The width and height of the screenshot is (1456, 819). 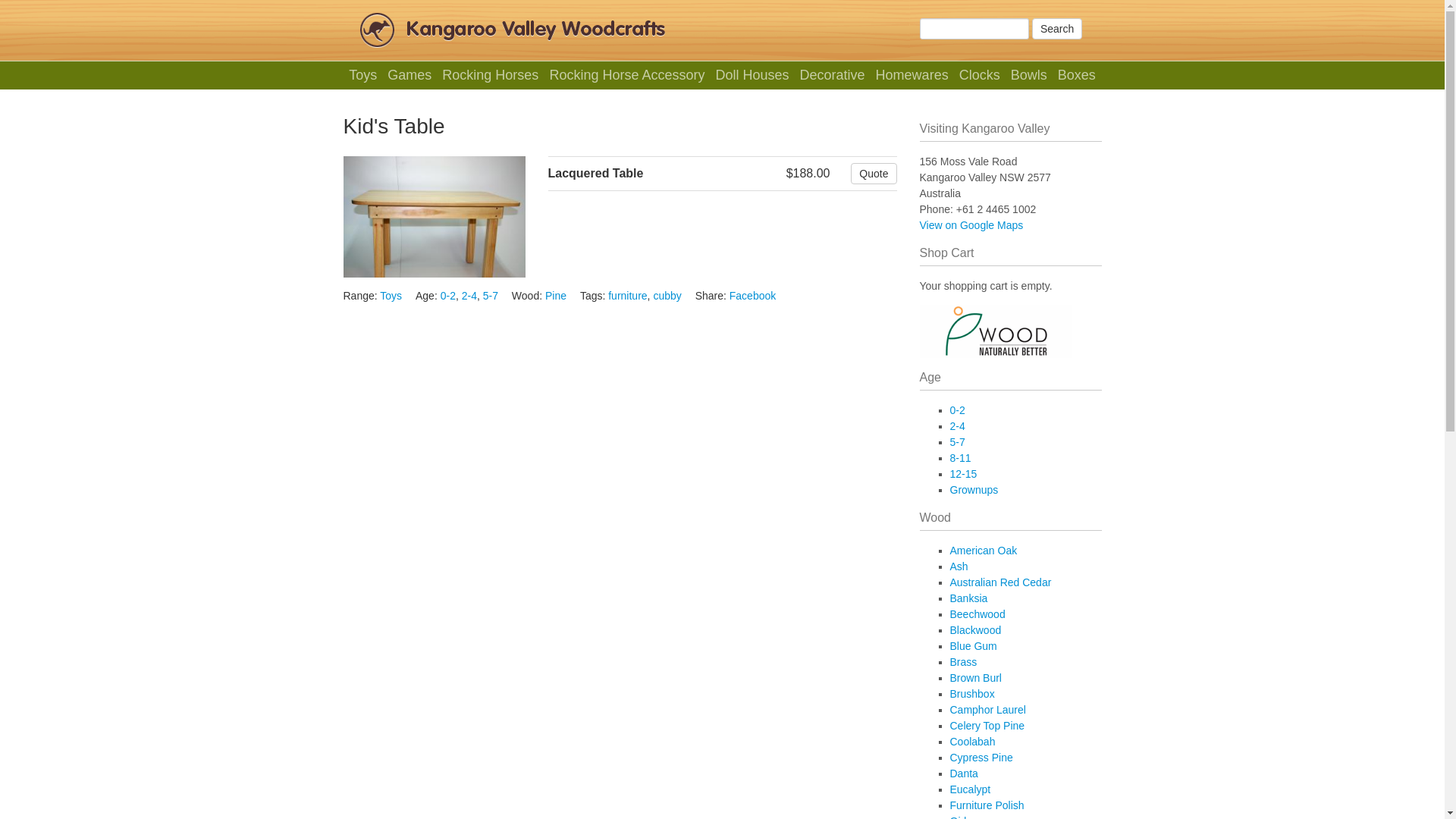 What do you see at coordinates (972, 646) in the screenshot?
I see `'Blue Gum'` at bounding box center [972, 646].